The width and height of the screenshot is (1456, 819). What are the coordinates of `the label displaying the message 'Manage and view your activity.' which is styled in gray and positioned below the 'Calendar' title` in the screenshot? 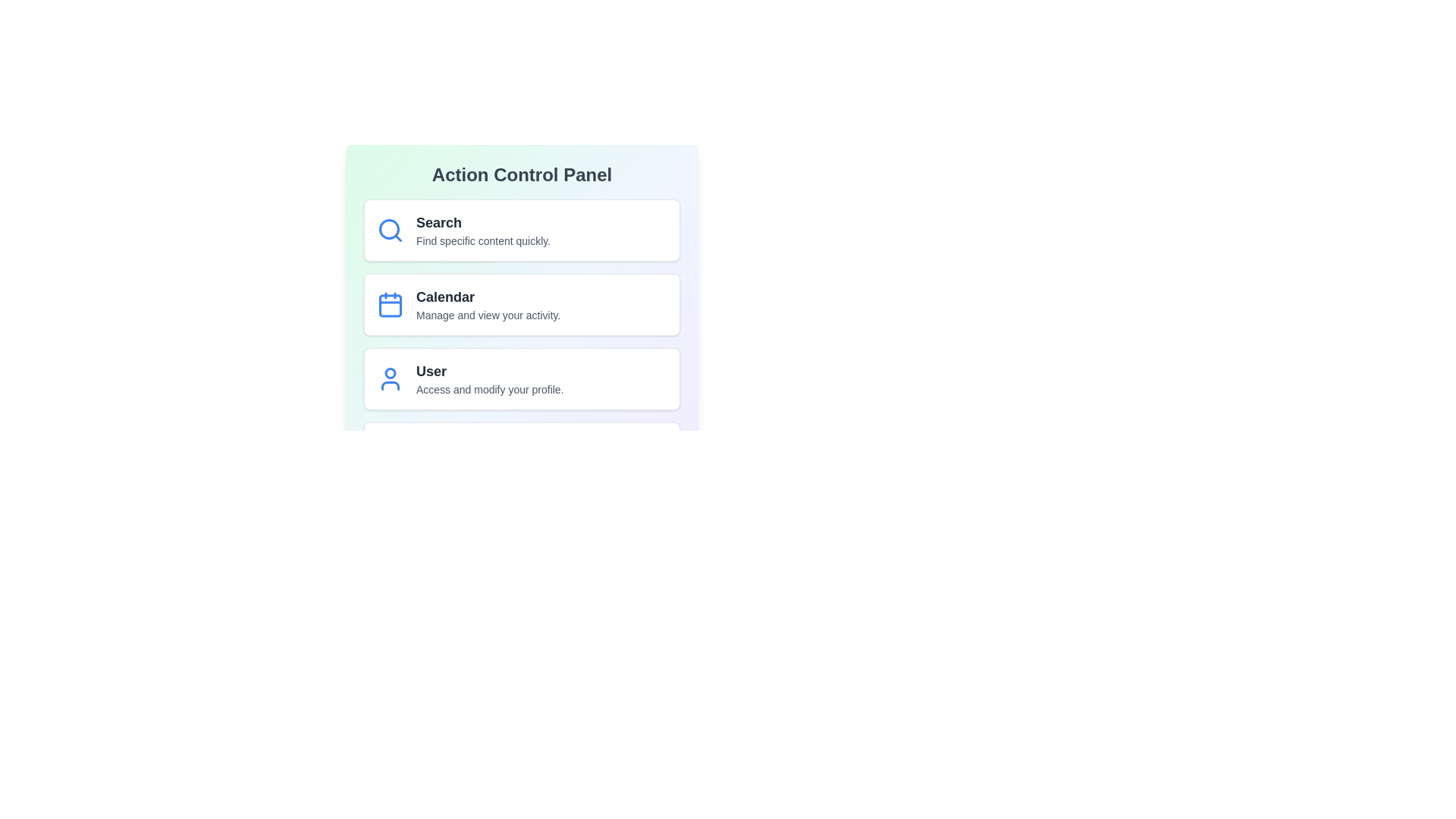 It's located at (488, 315).